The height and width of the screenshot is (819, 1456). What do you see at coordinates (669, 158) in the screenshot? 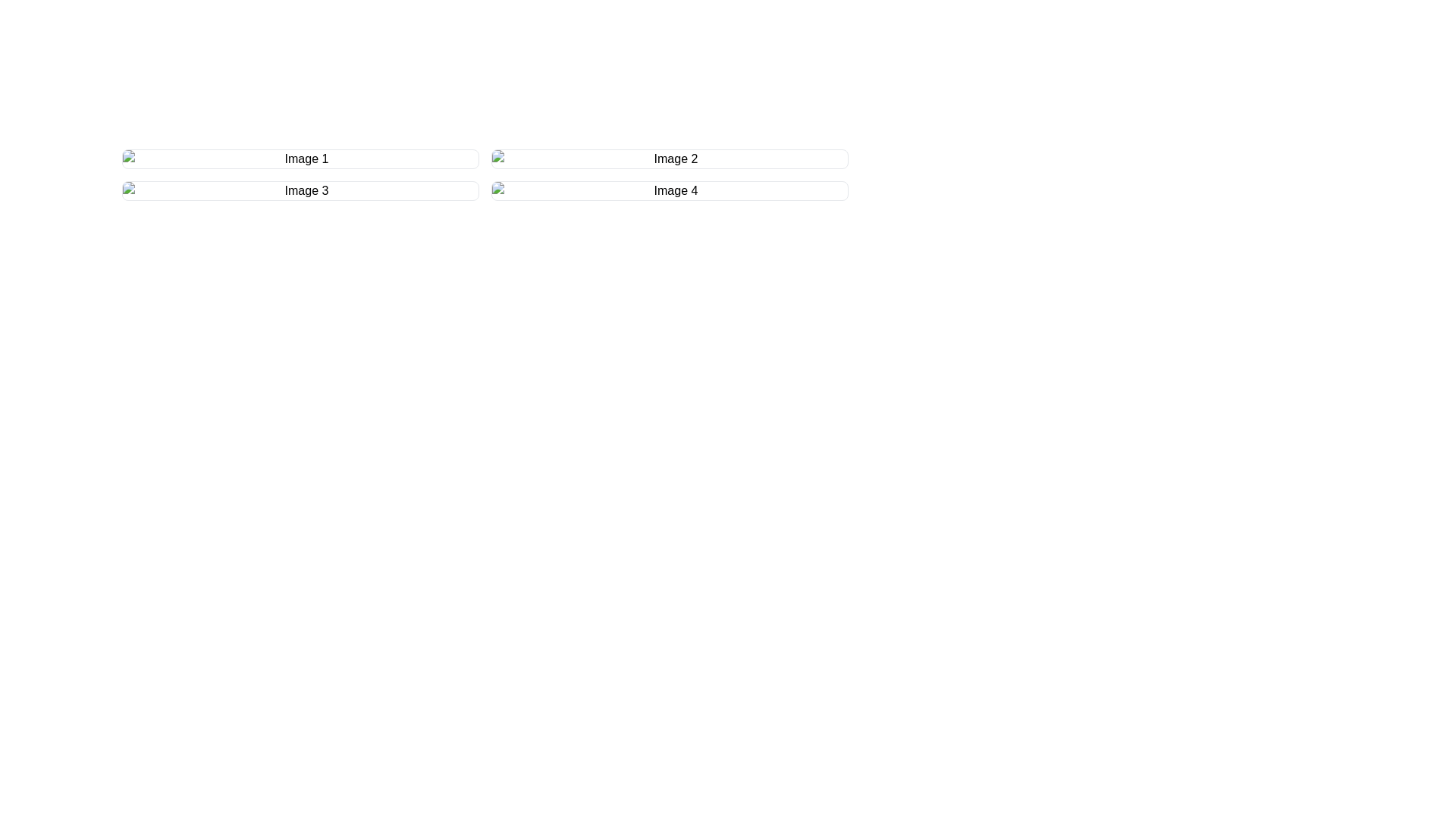
I see `the image placeholder labeled 'Image 2'` at bounding box center [669, 158].